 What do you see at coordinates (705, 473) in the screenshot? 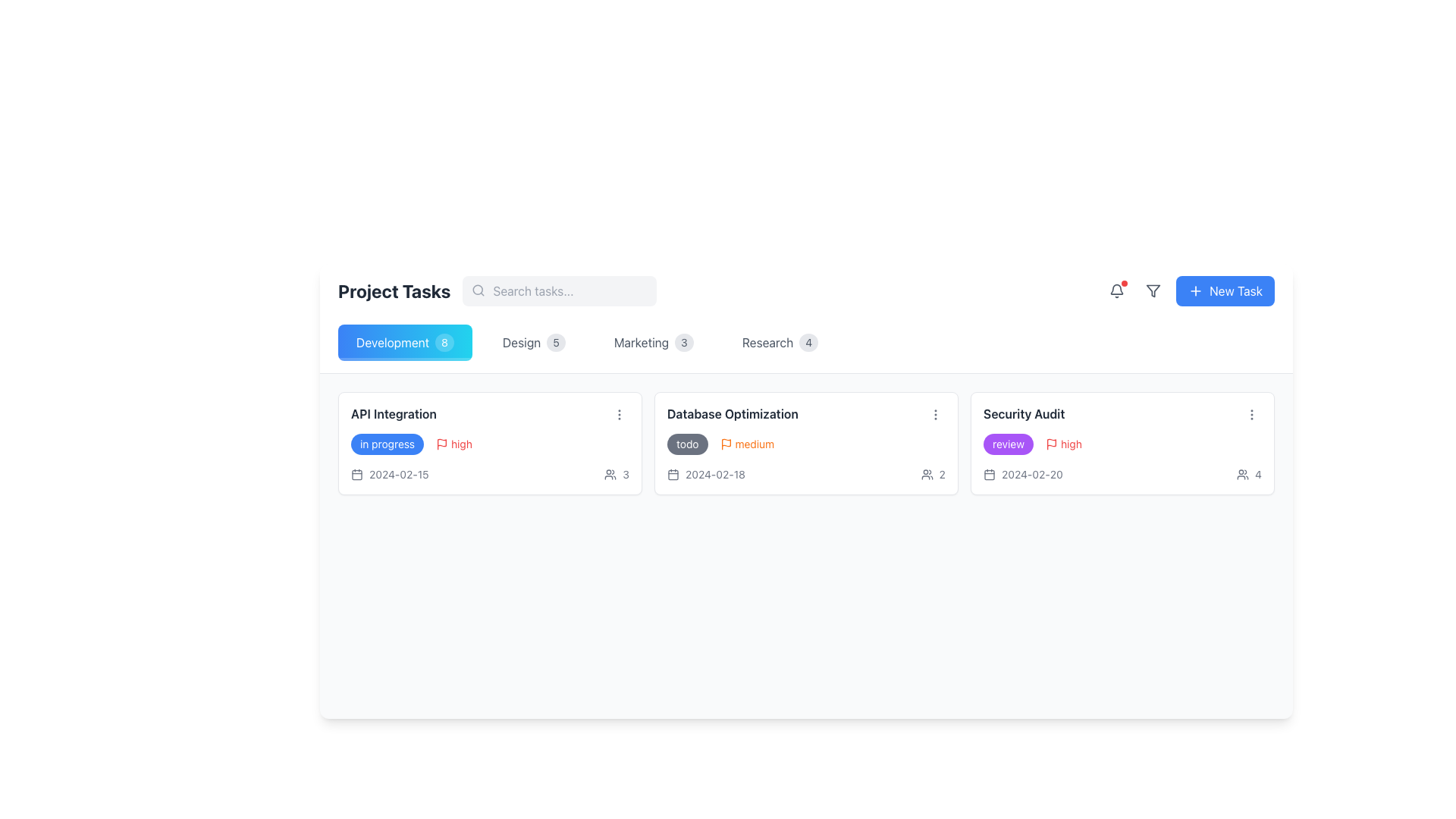
I see `the calendar icon and date '2024-02-18' in the bottom left section of the 'Database Optimization' task card` at bounding box center [705, 473].